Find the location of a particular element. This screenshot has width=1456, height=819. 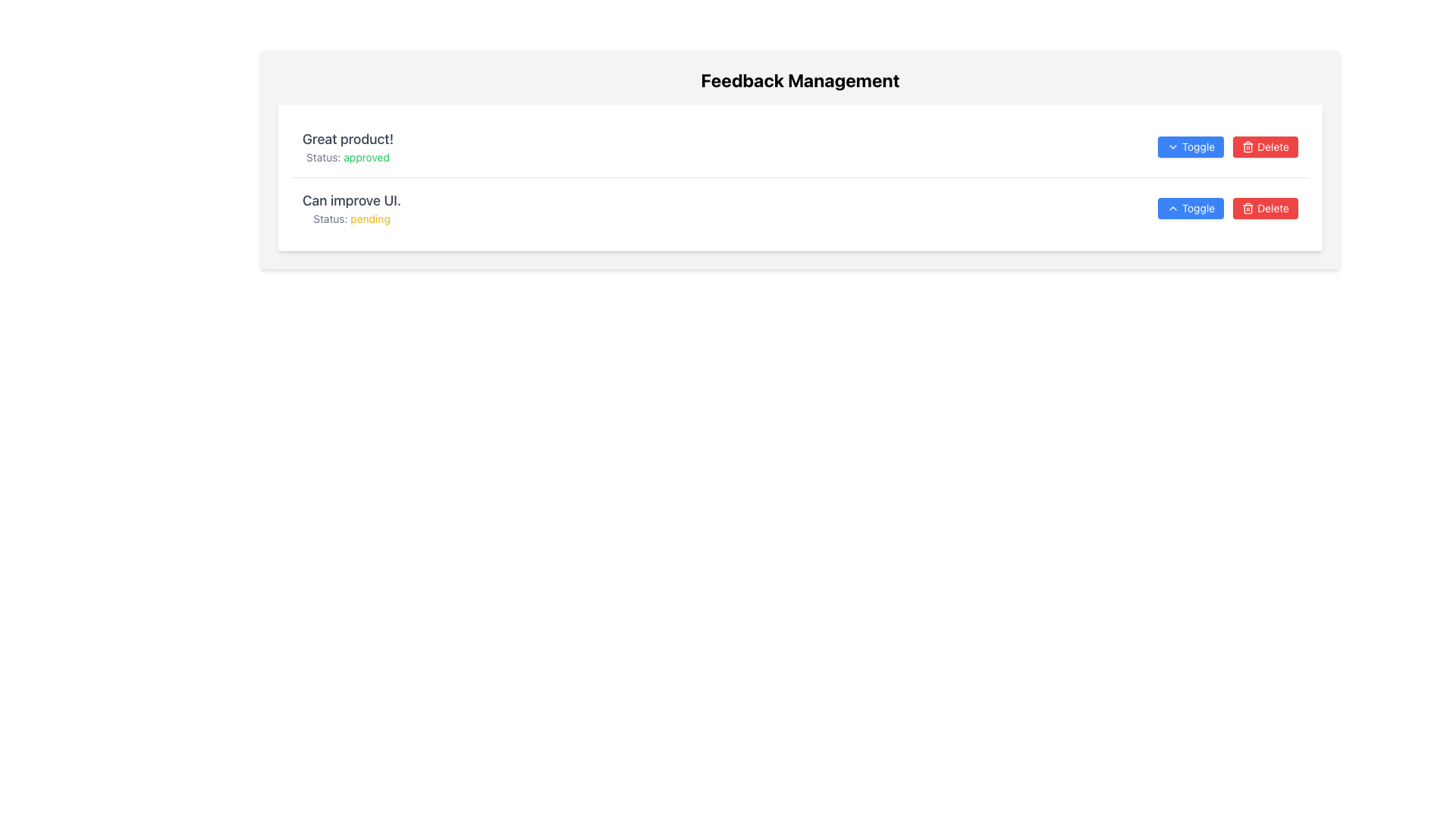

the first interactive button positioned to the left of the 'Delete' button is located at coordinates (1190, 146).